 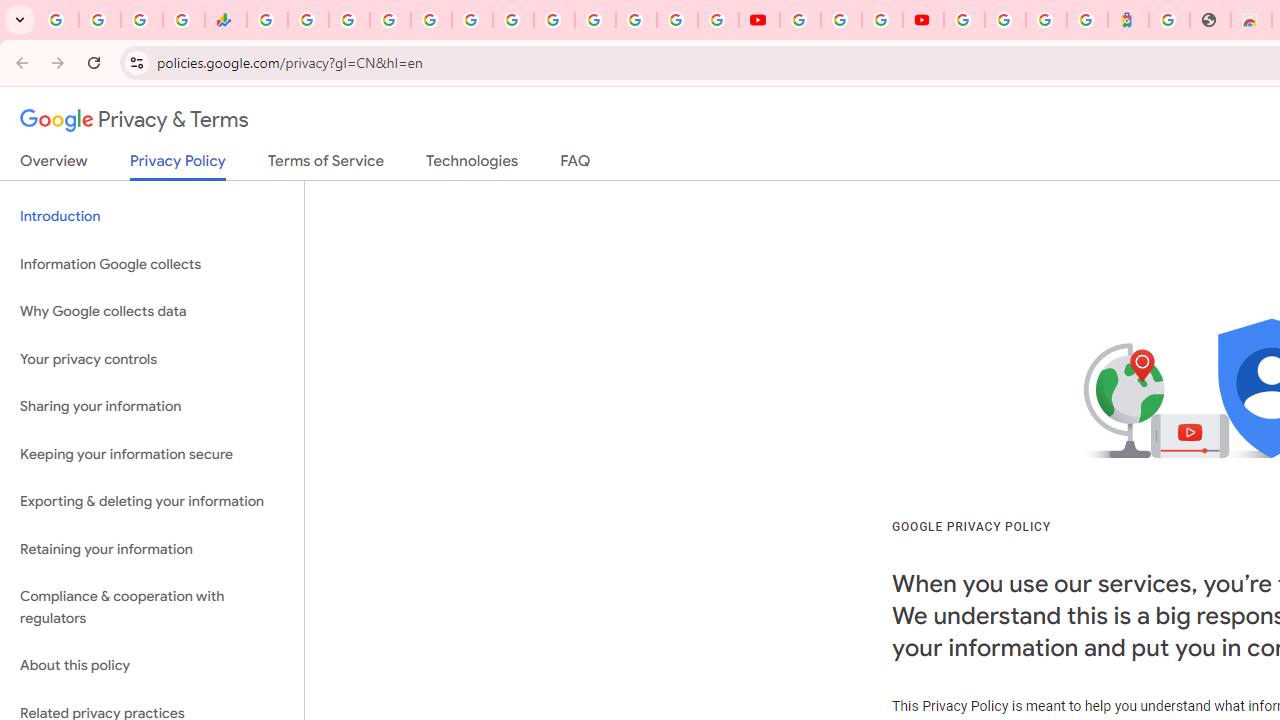 I want to click on 'Privacy & Terms', so click(x=134, y=120).